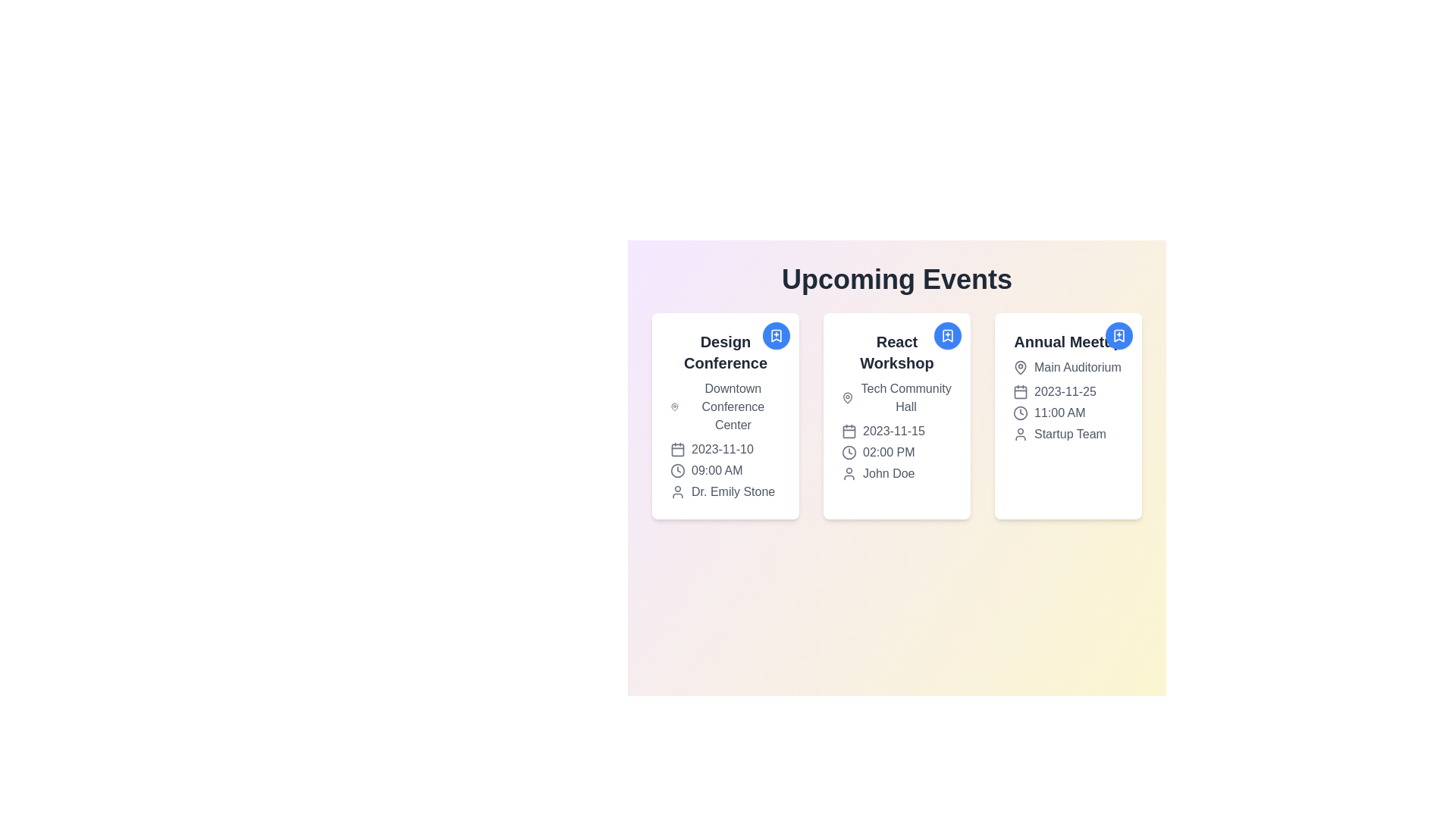 This screenshot has width=1456, height=819. I want to click on the Text element displaying the start time of the event located in the first card under the '2023-11-10' date entry, positioned above 'Dr. Emily Stone', so click(724, 470).